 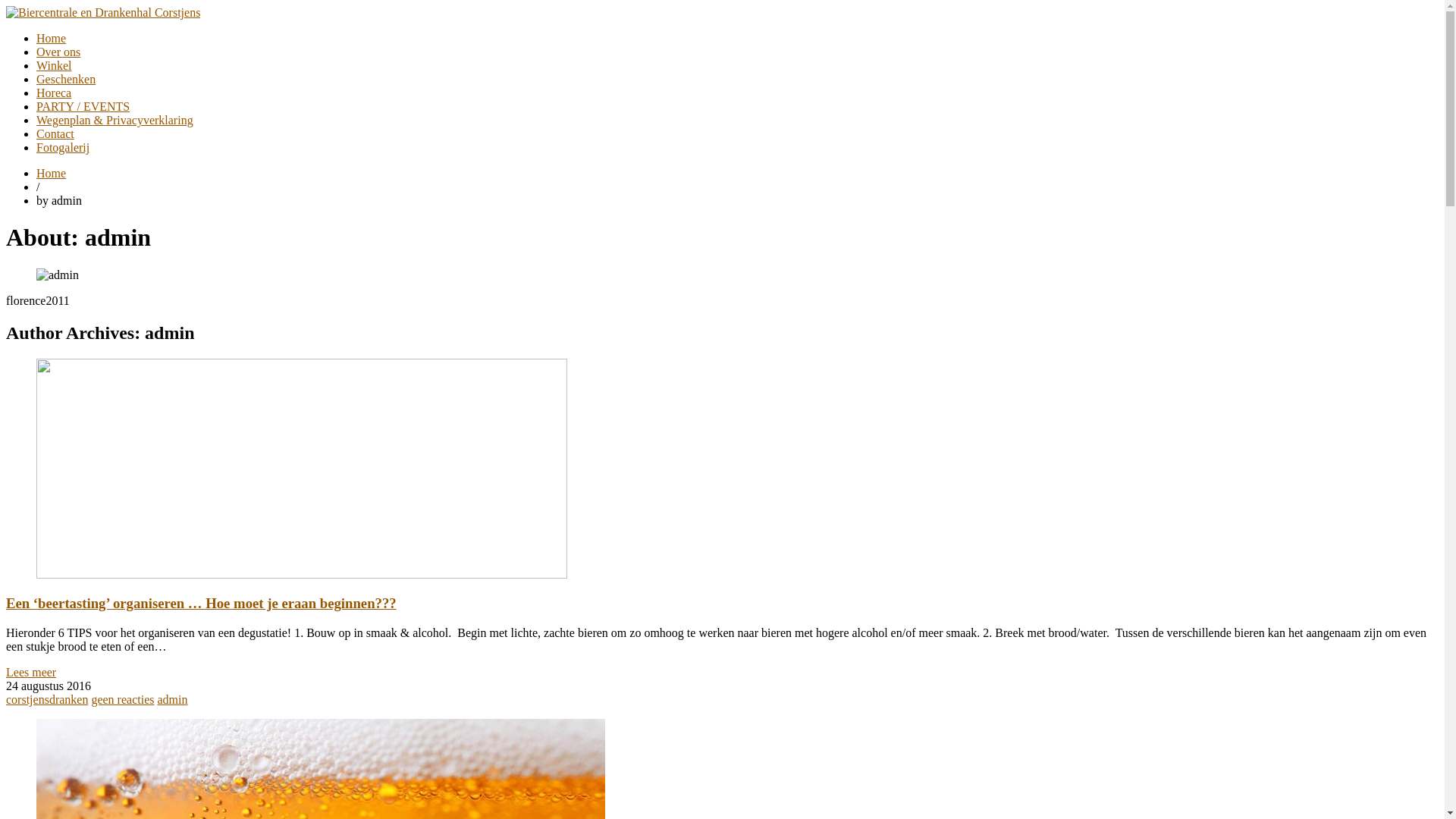 What do you see at coordinates (114, 119) in the screenshot?
I see `'Wegenplan & Privacyverklaring'` at bounding box center [114, 119].